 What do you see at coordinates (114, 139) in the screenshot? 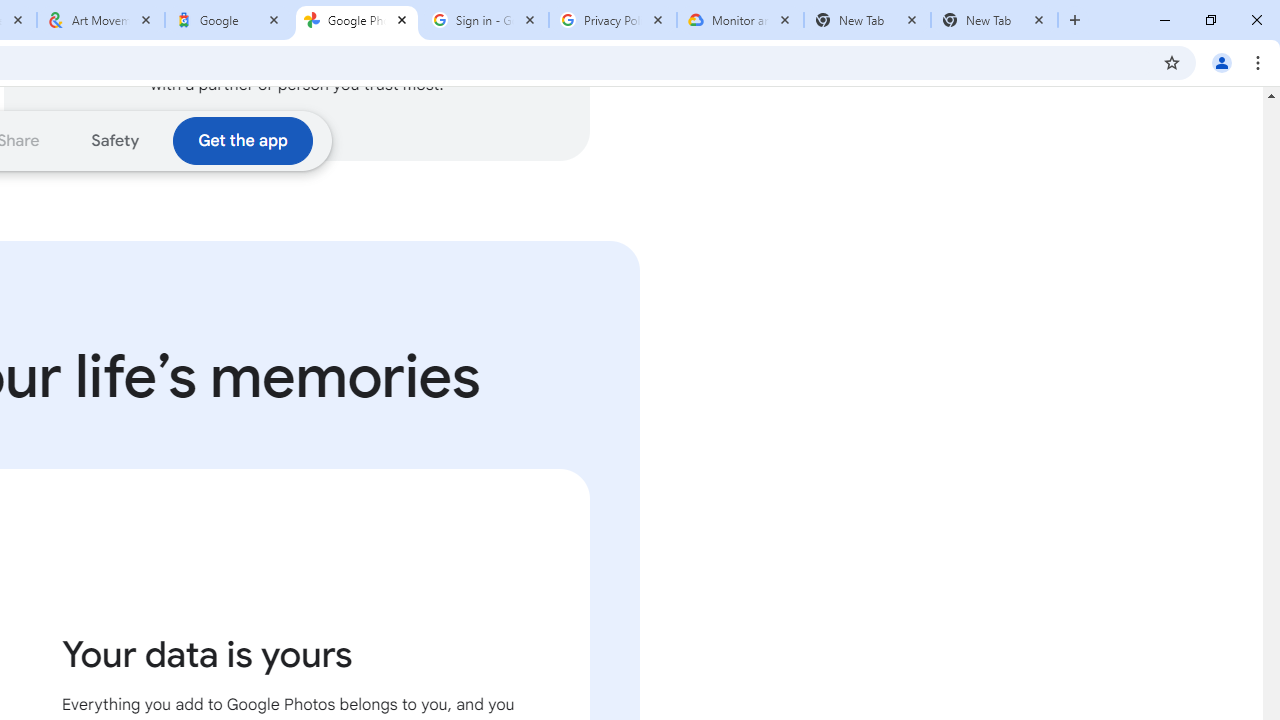
I see `'Go to section: Safety'` at bounding box center [114, 139].